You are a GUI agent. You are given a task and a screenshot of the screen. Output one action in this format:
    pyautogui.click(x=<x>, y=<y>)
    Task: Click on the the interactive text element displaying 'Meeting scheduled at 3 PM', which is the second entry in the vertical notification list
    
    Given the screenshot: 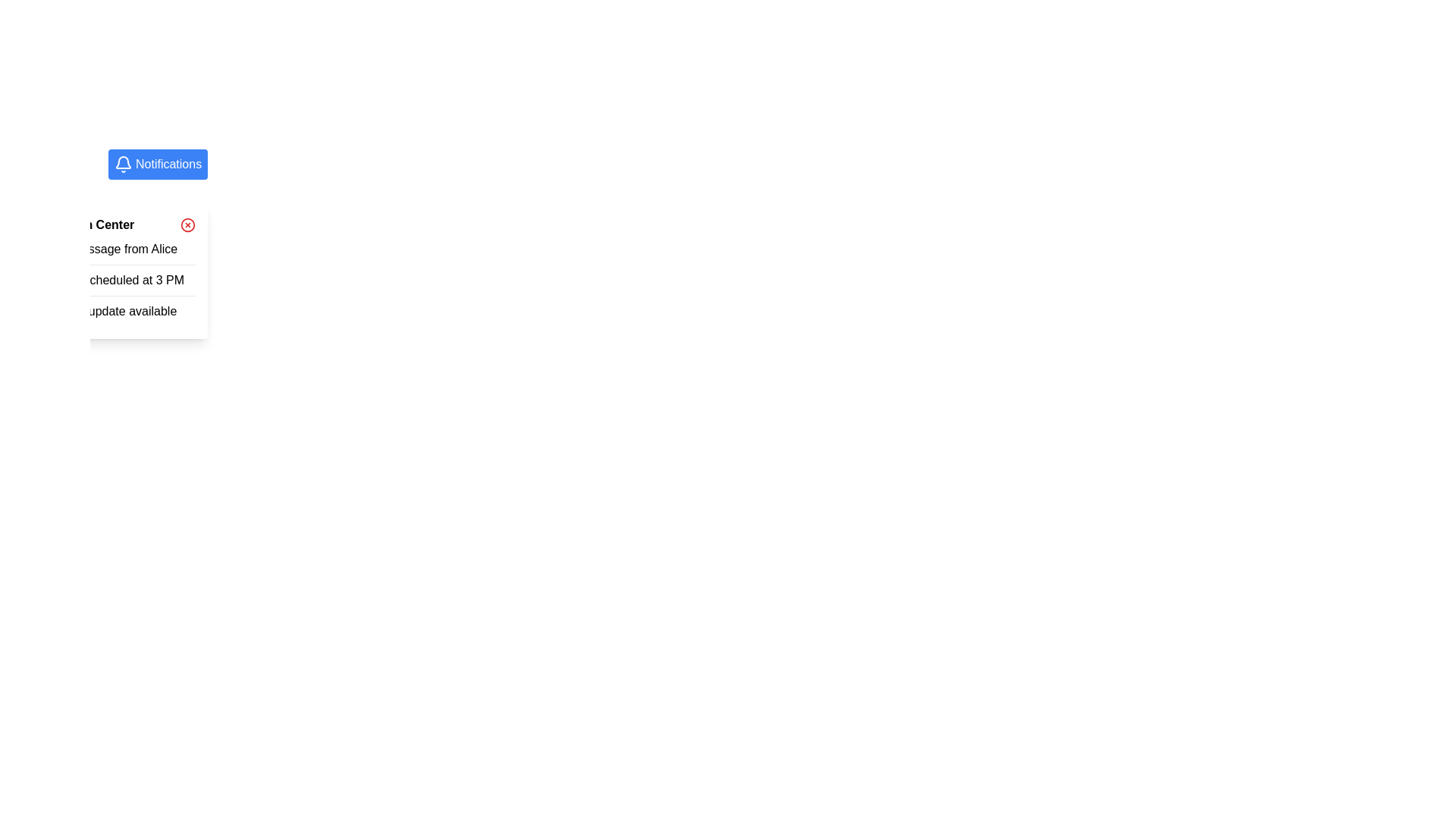 What is the action you would take?
    pyautogui.click(x=110, y=280)
    